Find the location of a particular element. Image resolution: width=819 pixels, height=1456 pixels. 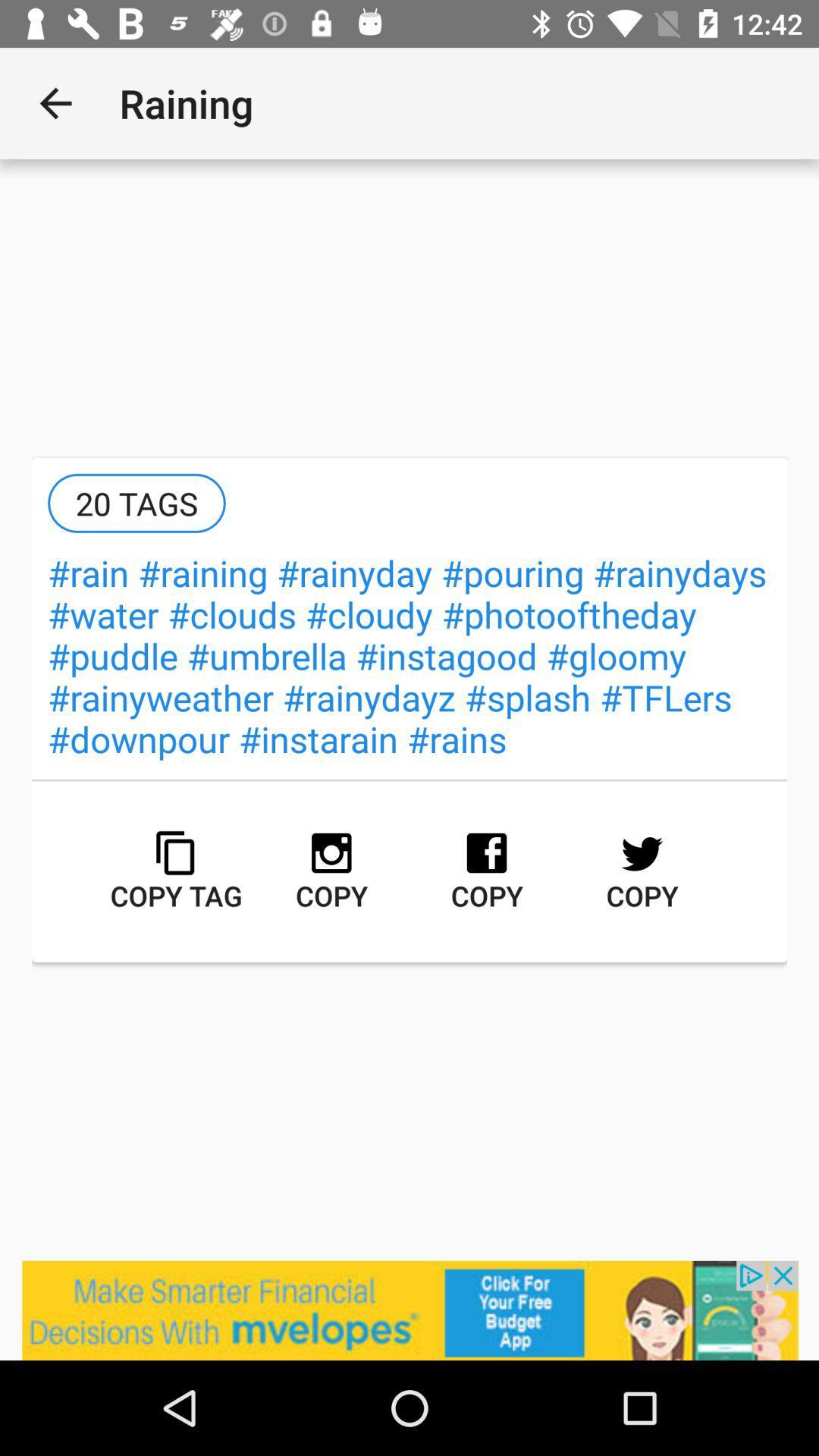

hashtags for instagram is located at coordinates (409, 1310).